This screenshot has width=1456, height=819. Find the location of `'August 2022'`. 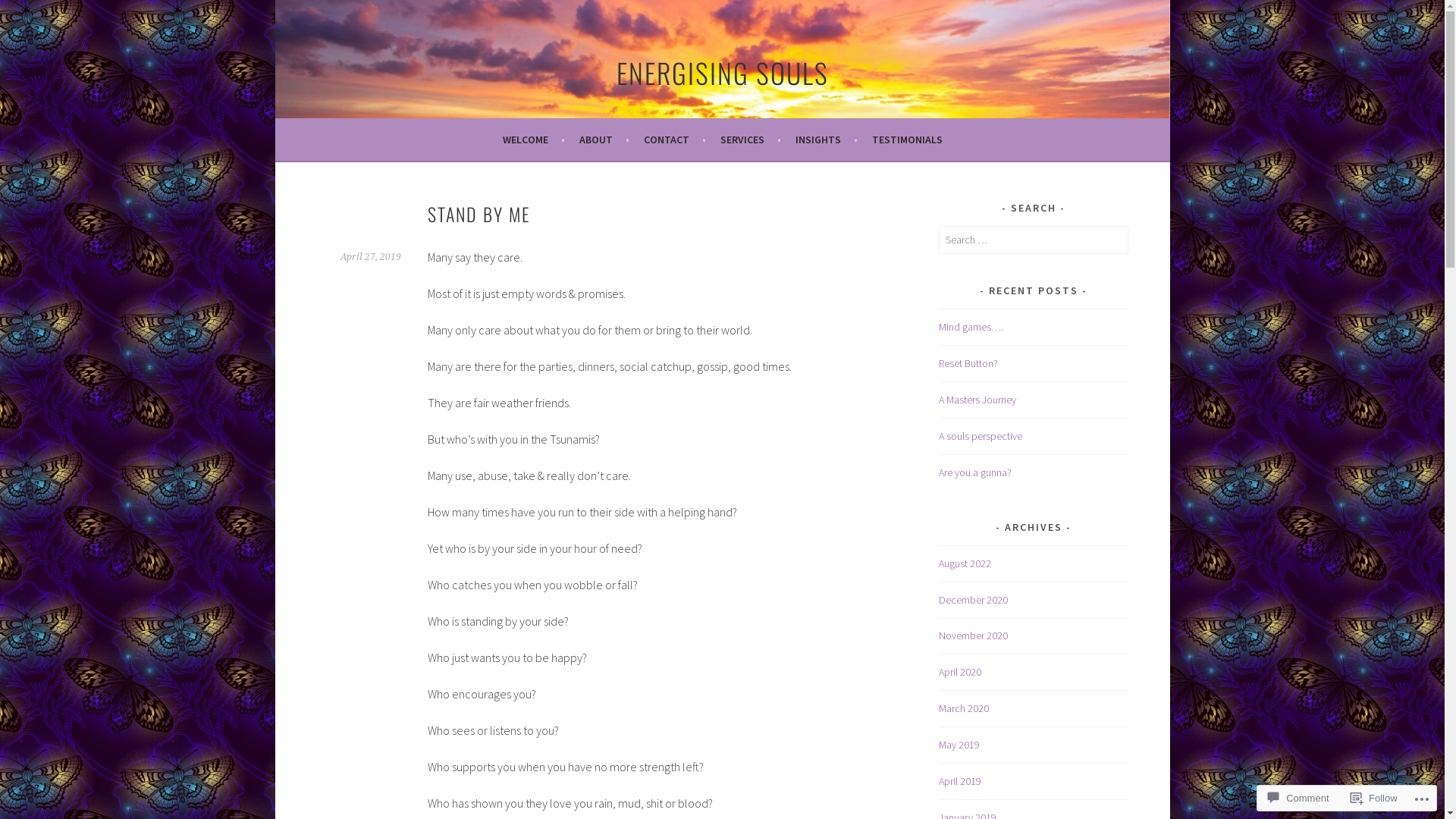

'August 2022' is located at coordinates (964, 563).